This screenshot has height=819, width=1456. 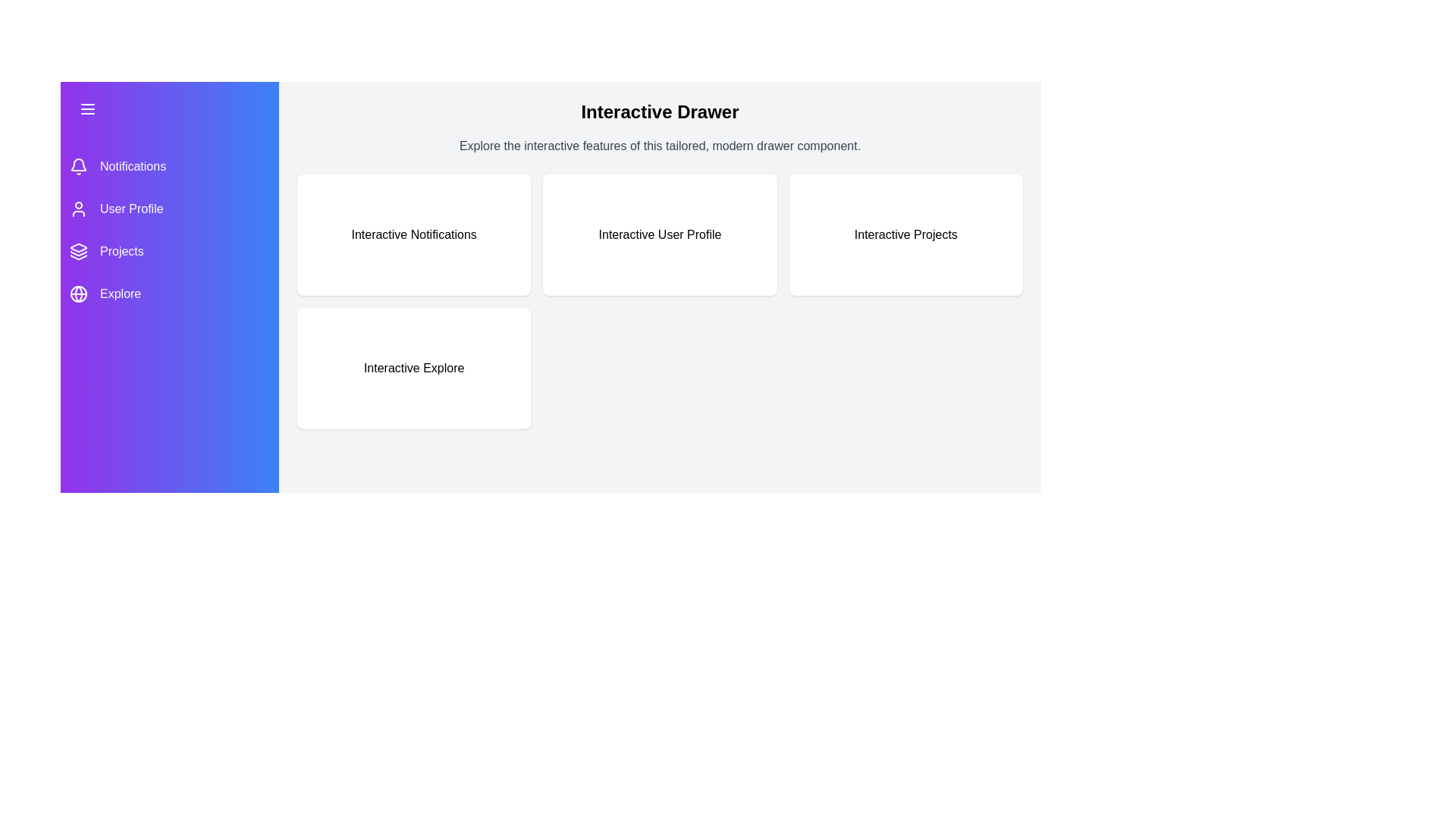 I want to click on the menu item User Profile to navigate, so click(x=170, y=209).